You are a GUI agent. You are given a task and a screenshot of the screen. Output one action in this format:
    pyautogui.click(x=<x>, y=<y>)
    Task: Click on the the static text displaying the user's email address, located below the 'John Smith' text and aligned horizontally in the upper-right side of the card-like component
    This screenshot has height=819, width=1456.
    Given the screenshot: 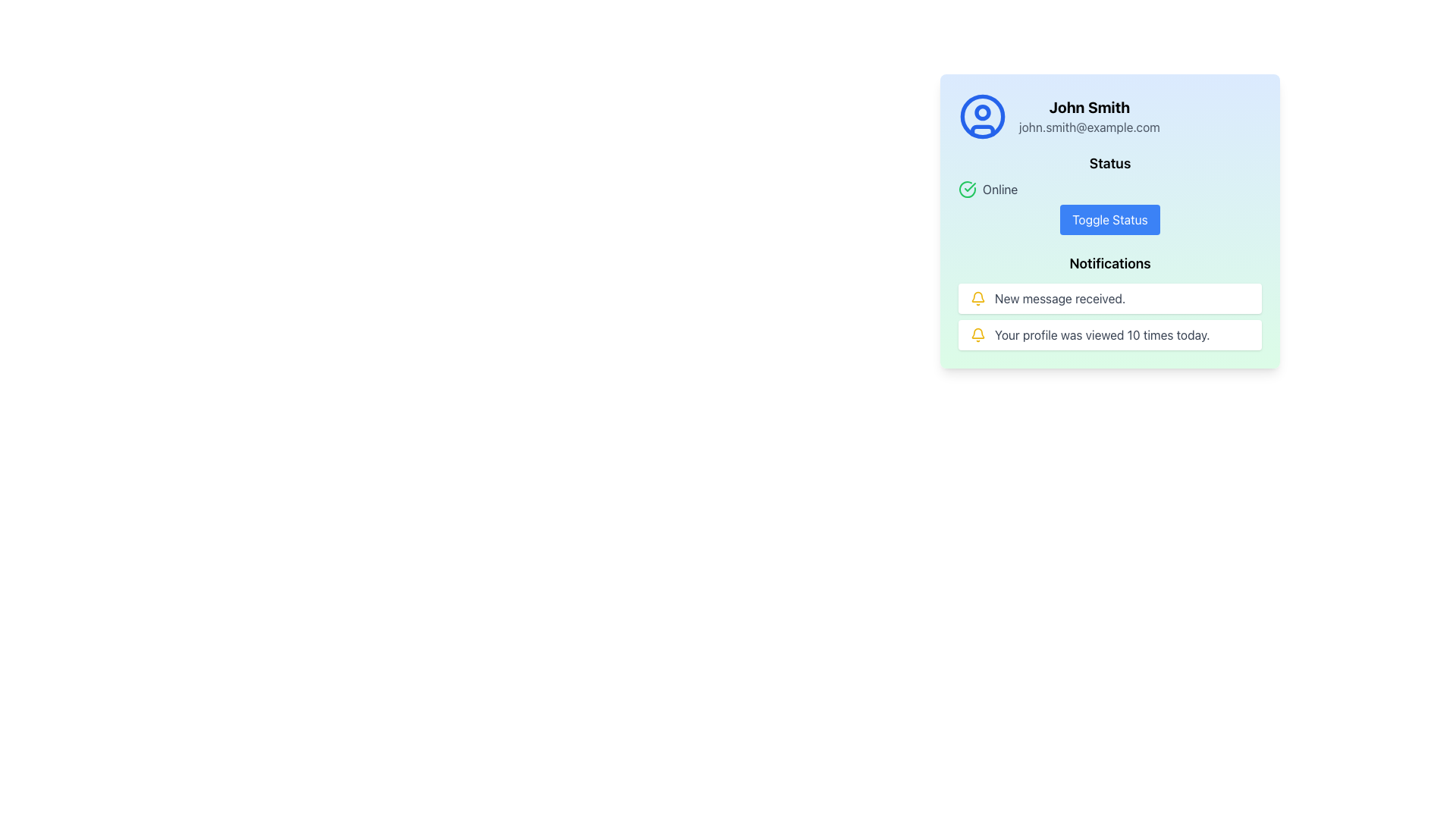 What is the action you would take?
    pyautogui.click(x=1088, y=127)
    